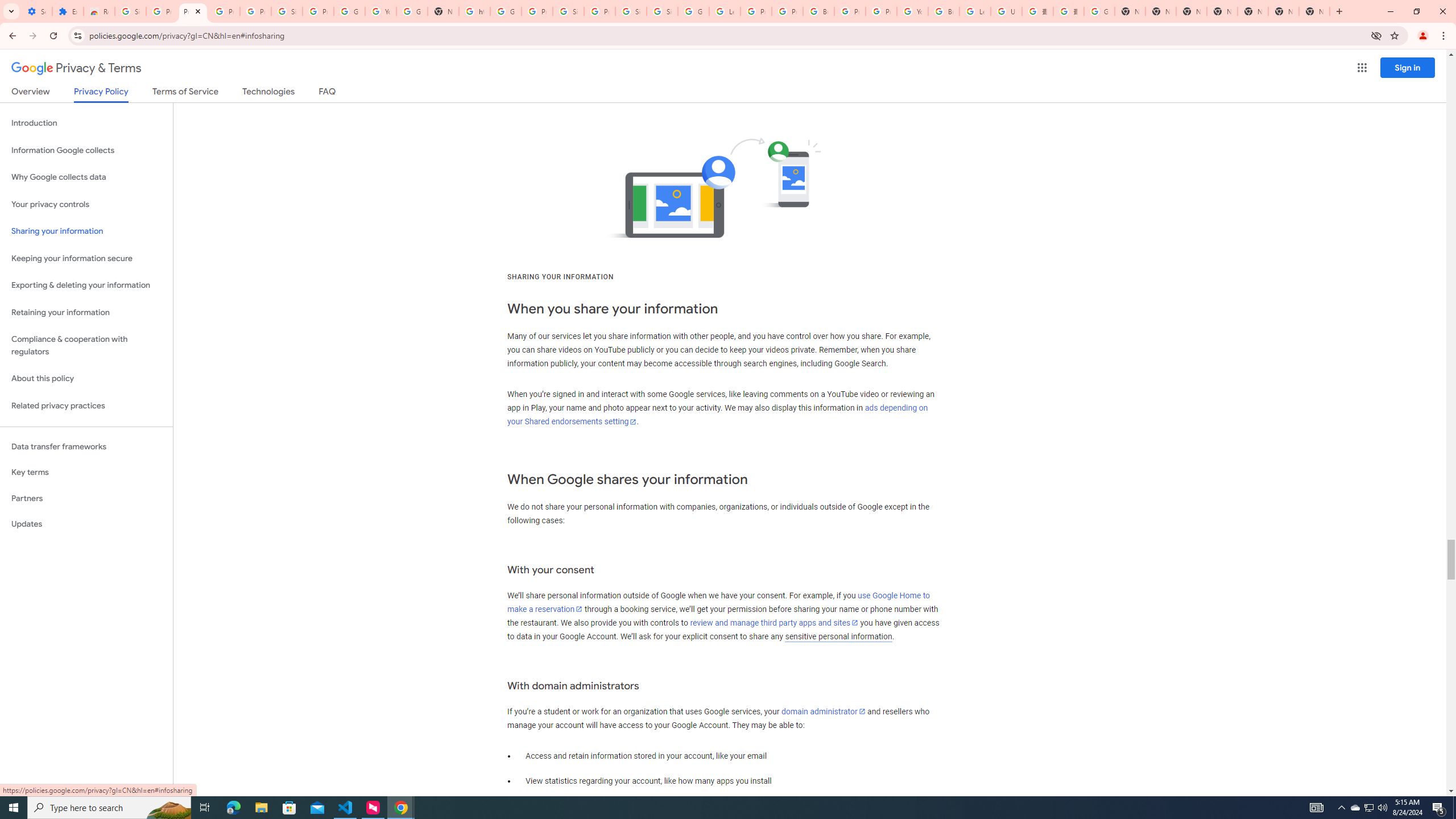 The width and height of the screenshot is (1456, 819). What do you see at coordinates (774, 623) in the screenshot?
I see `'review and manage third party apps and sites'` at bounding box center [774, 623].